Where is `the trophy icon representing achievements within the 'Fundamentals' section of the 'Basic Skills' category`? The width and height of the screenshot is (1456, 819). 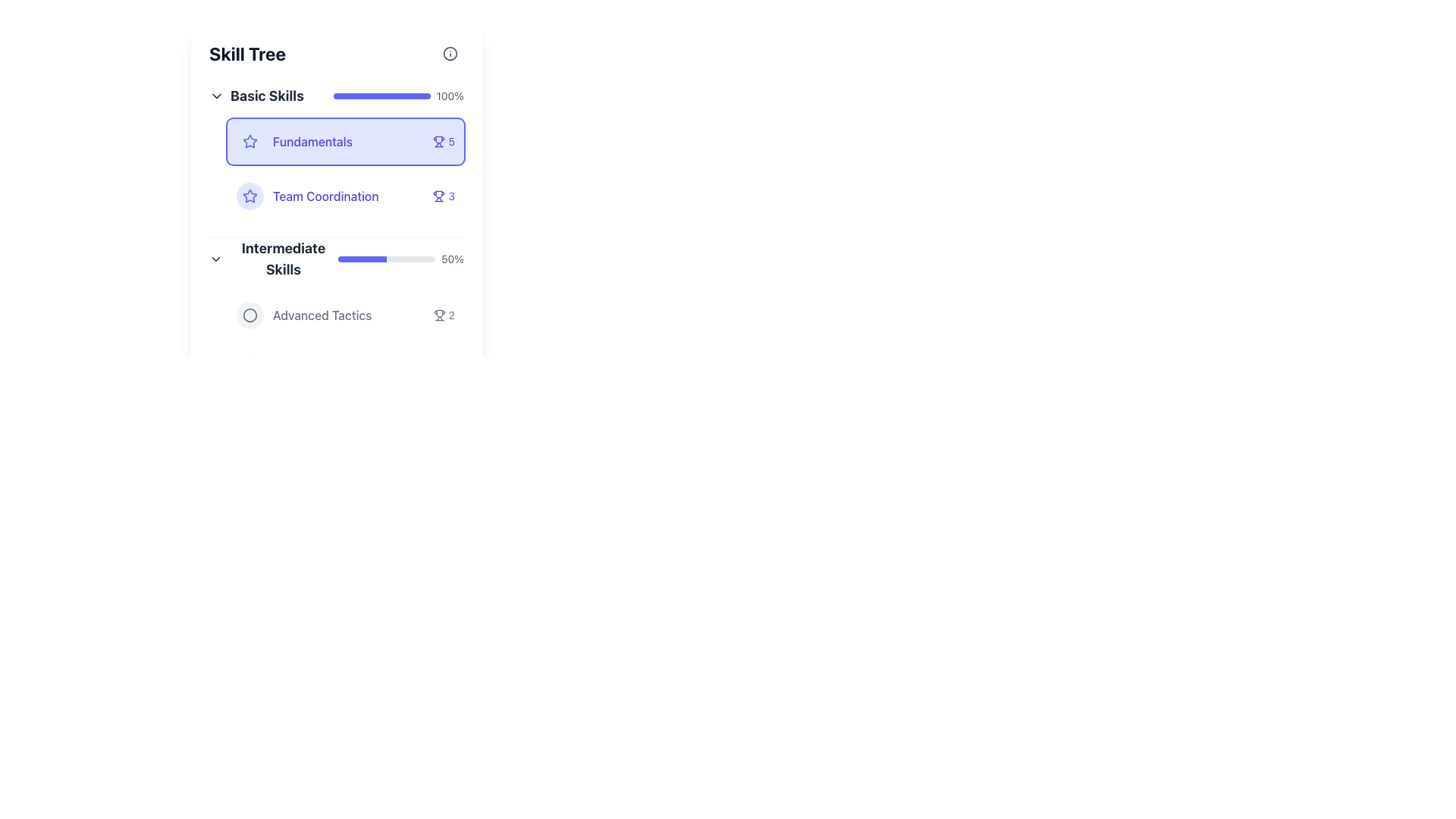 the trophy icon representing achievements within the 'Fundamentals' section of the 'Basic Skills' category is located at coordinates (438, 140).